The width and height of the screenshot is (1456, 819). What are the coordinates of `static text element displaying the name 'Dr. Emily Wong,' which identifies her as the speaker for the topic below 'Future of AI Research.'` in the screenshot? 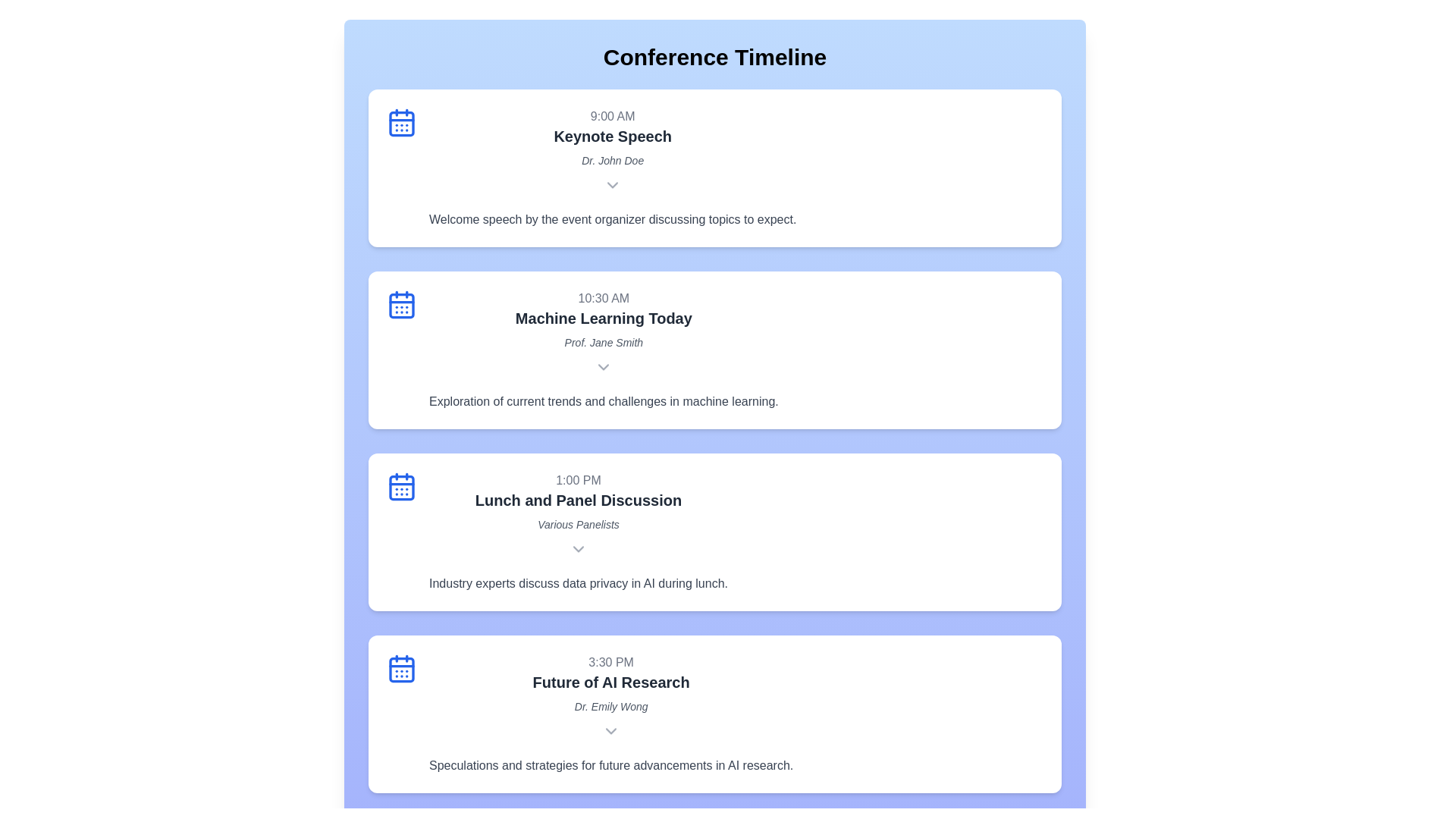 It's located at (611, 707).